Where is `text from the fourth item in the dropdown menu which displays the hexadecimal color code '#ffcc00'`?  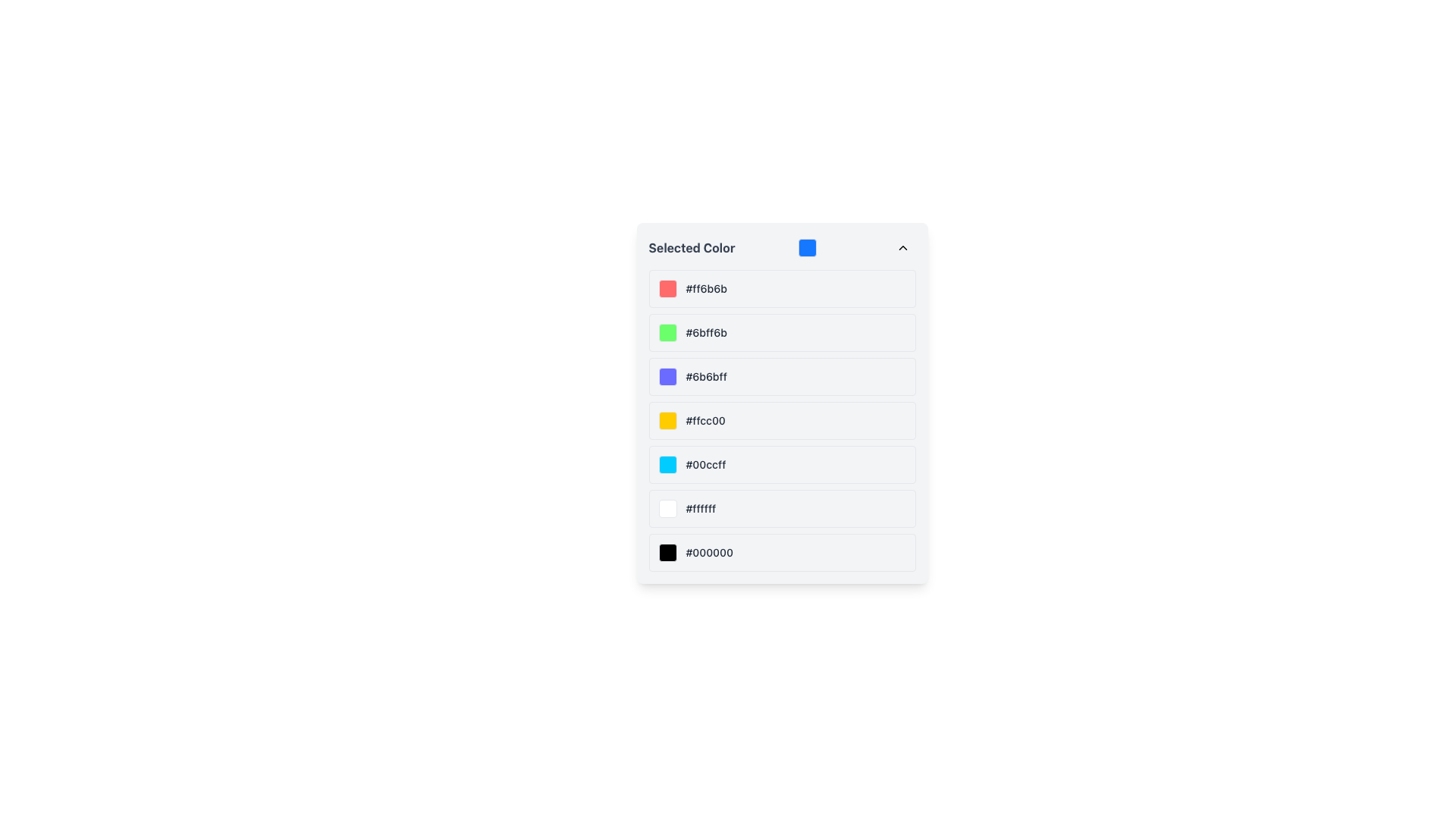
text from the fourth item in the dropdown menu which displays the hexadecimal color code '#ffcc00' is located at coordinates (704, 421).